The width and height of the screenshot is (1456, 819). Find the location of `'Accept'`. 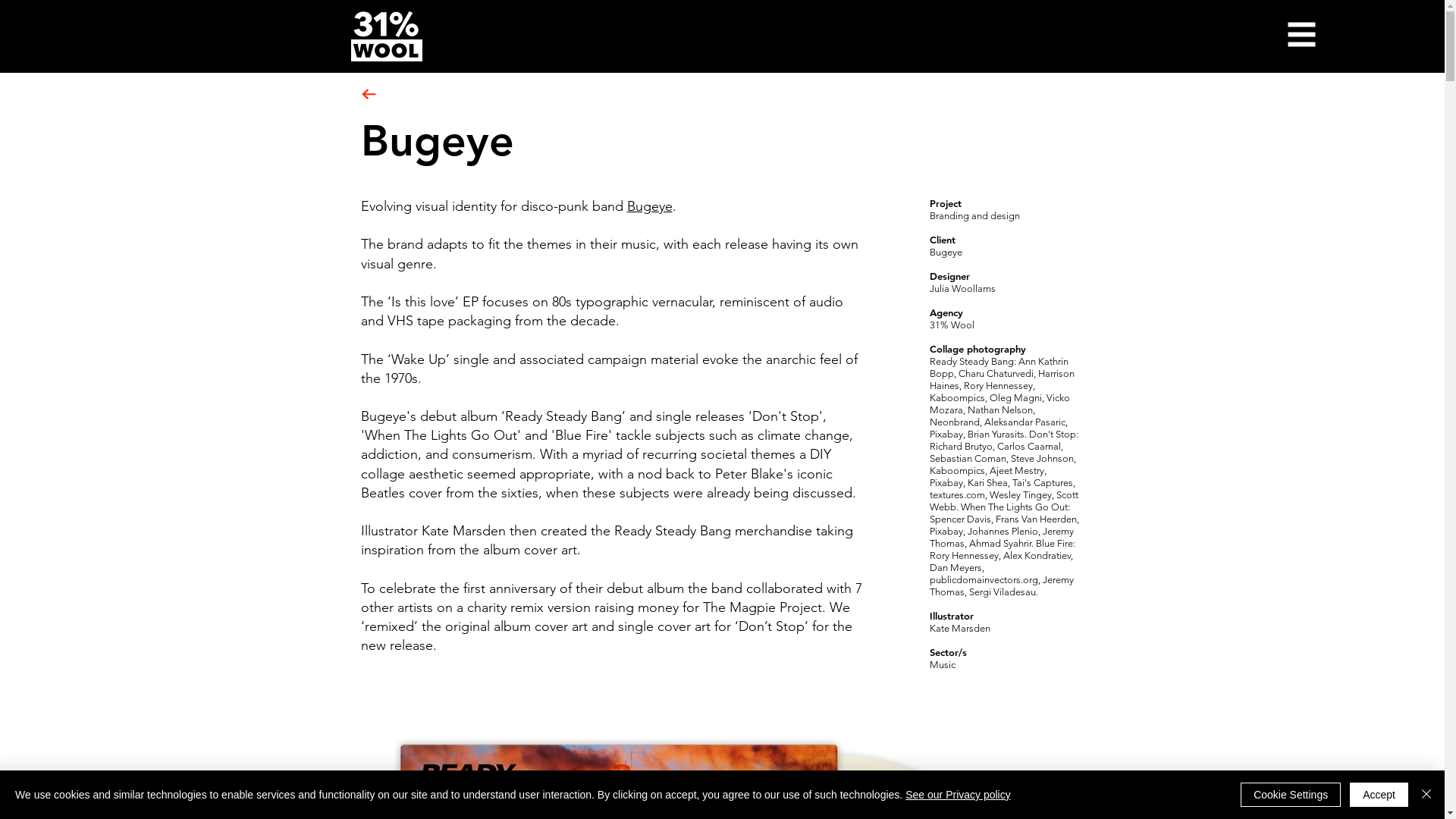

'Accept' is located at coordinates (1379, 794).